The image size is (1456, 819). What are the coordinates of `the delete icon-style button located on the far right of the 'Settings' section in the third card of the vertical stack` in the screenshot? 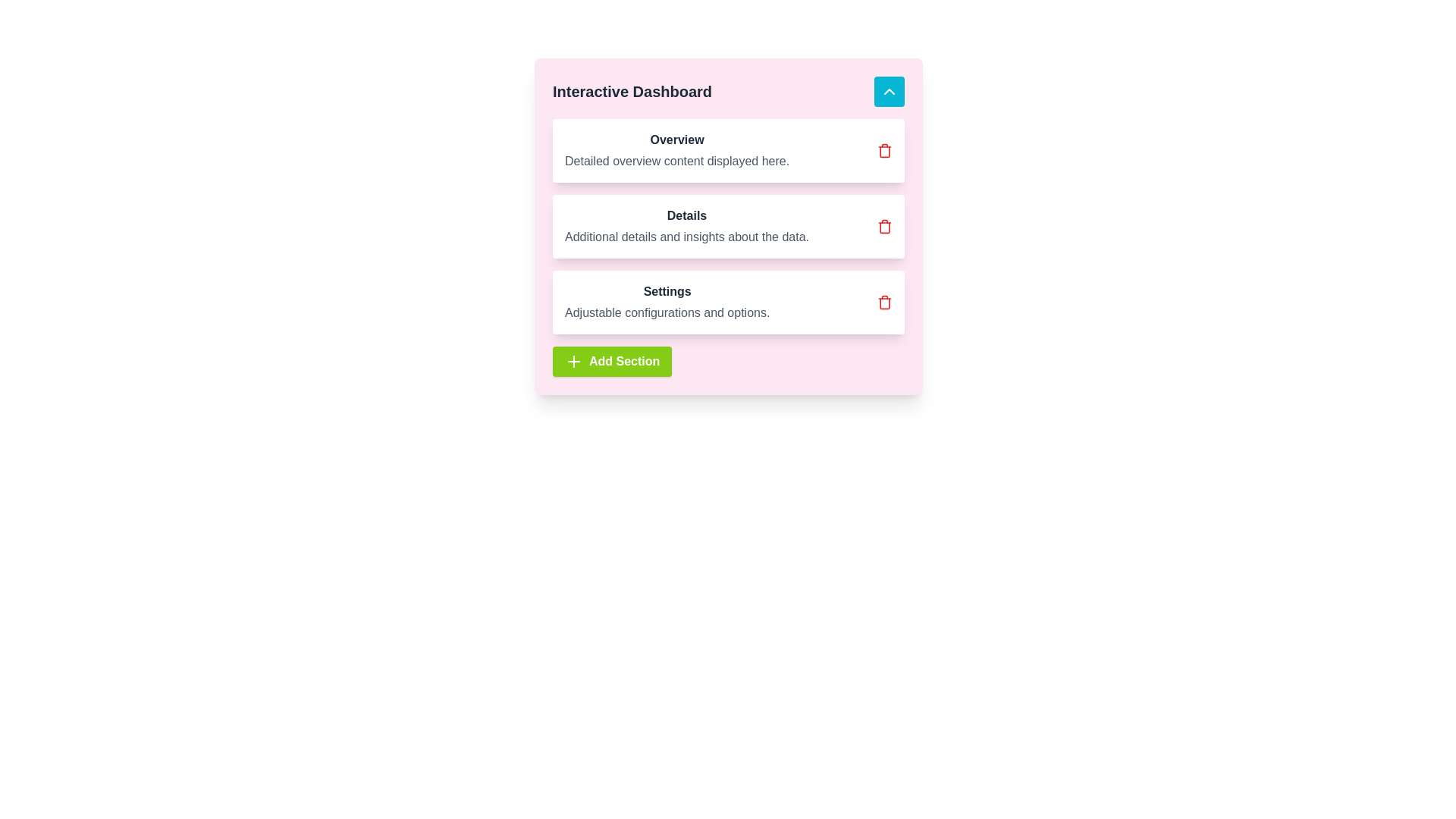 It's located at (884, 302).